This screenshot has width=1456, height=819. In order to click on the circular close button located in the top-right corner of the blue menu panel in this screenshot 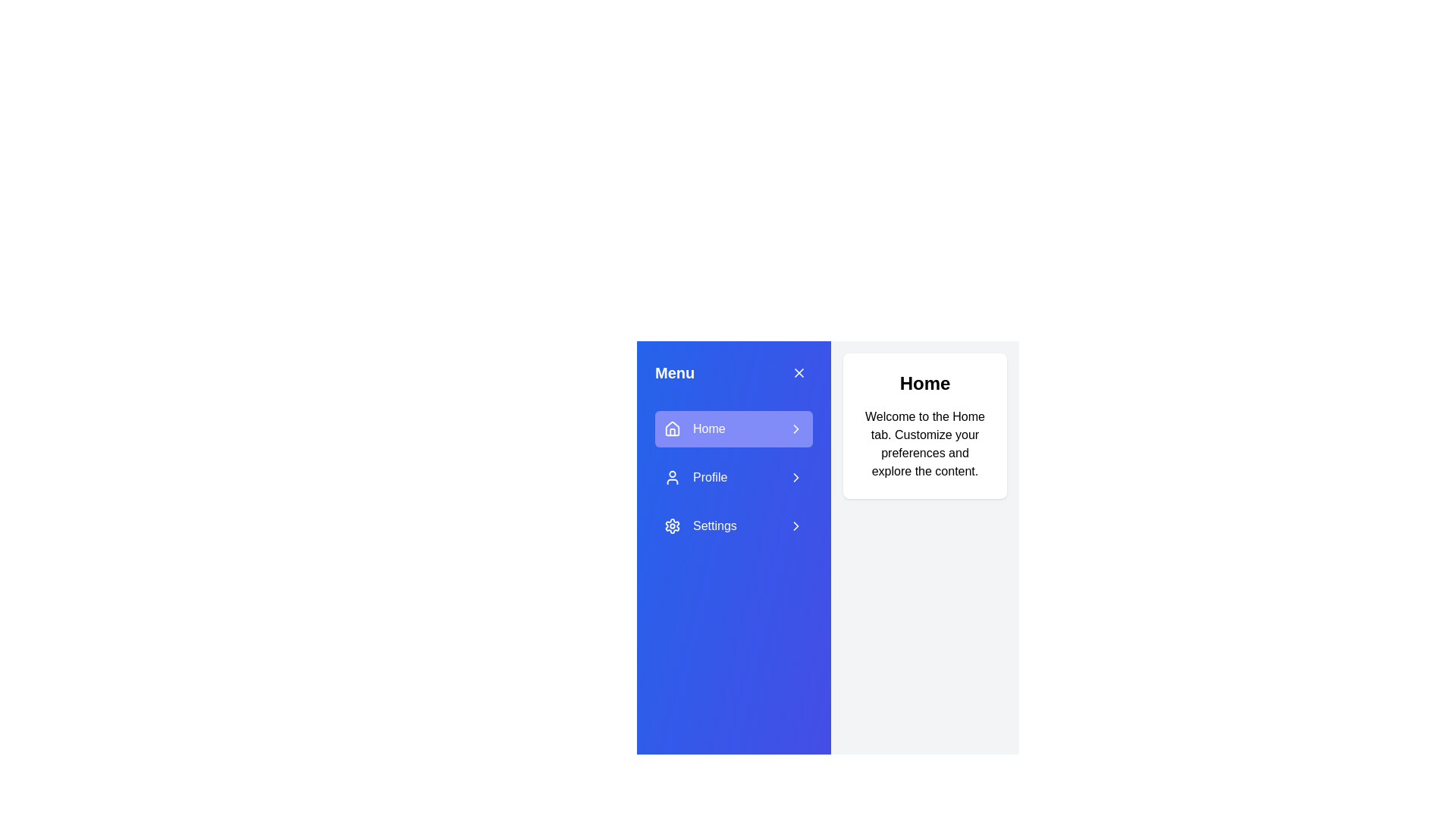, I will do `click(799, 373)`.